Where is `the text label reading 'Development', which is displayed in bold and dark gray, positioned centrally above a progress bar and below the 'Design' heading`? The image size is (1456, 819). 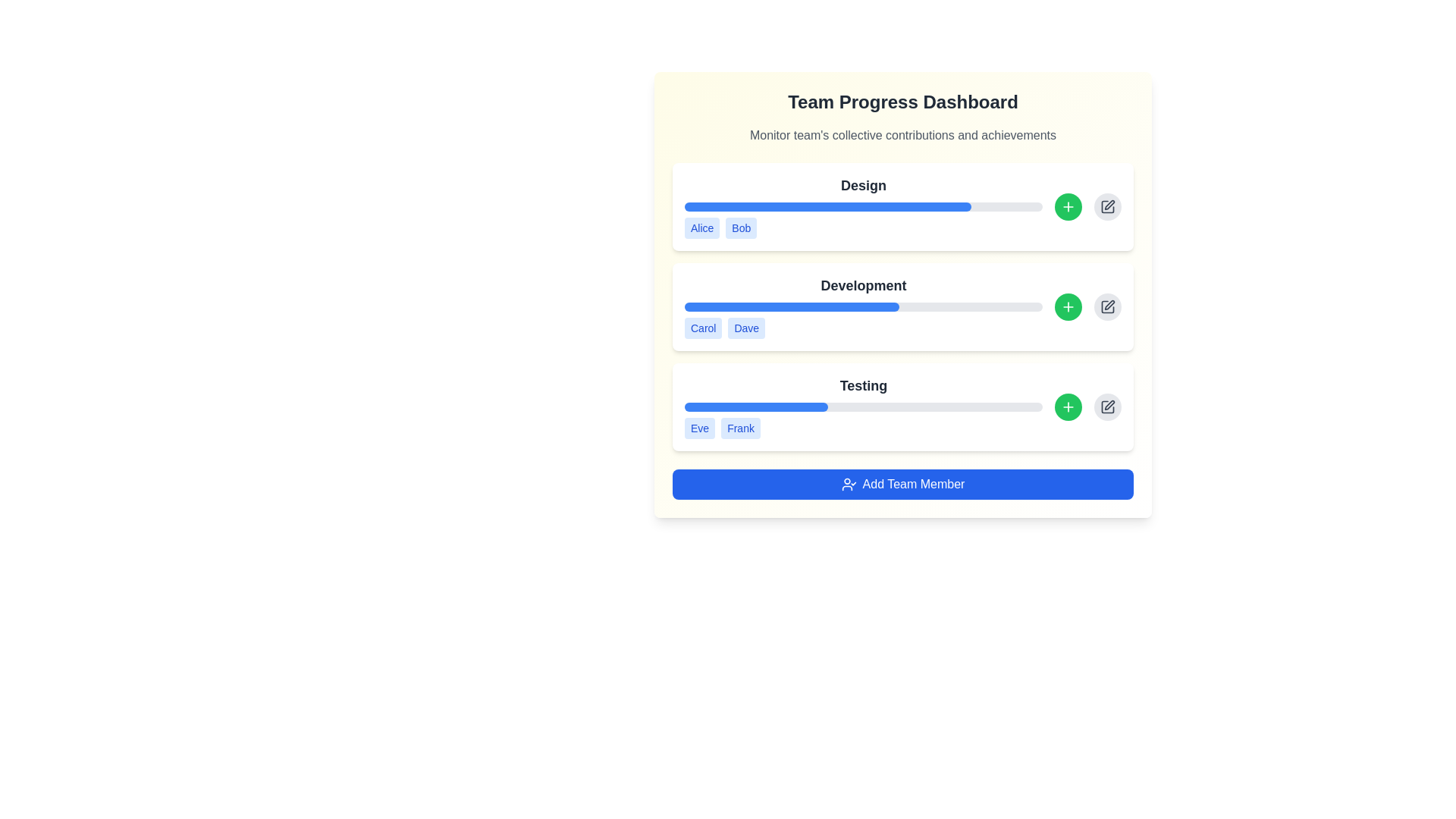 the text label reading 'Development', which is displayed in bold and dark gray, positioned centrally above a progress bar and below the 'Design' heading is located at coordinates (863, 286).